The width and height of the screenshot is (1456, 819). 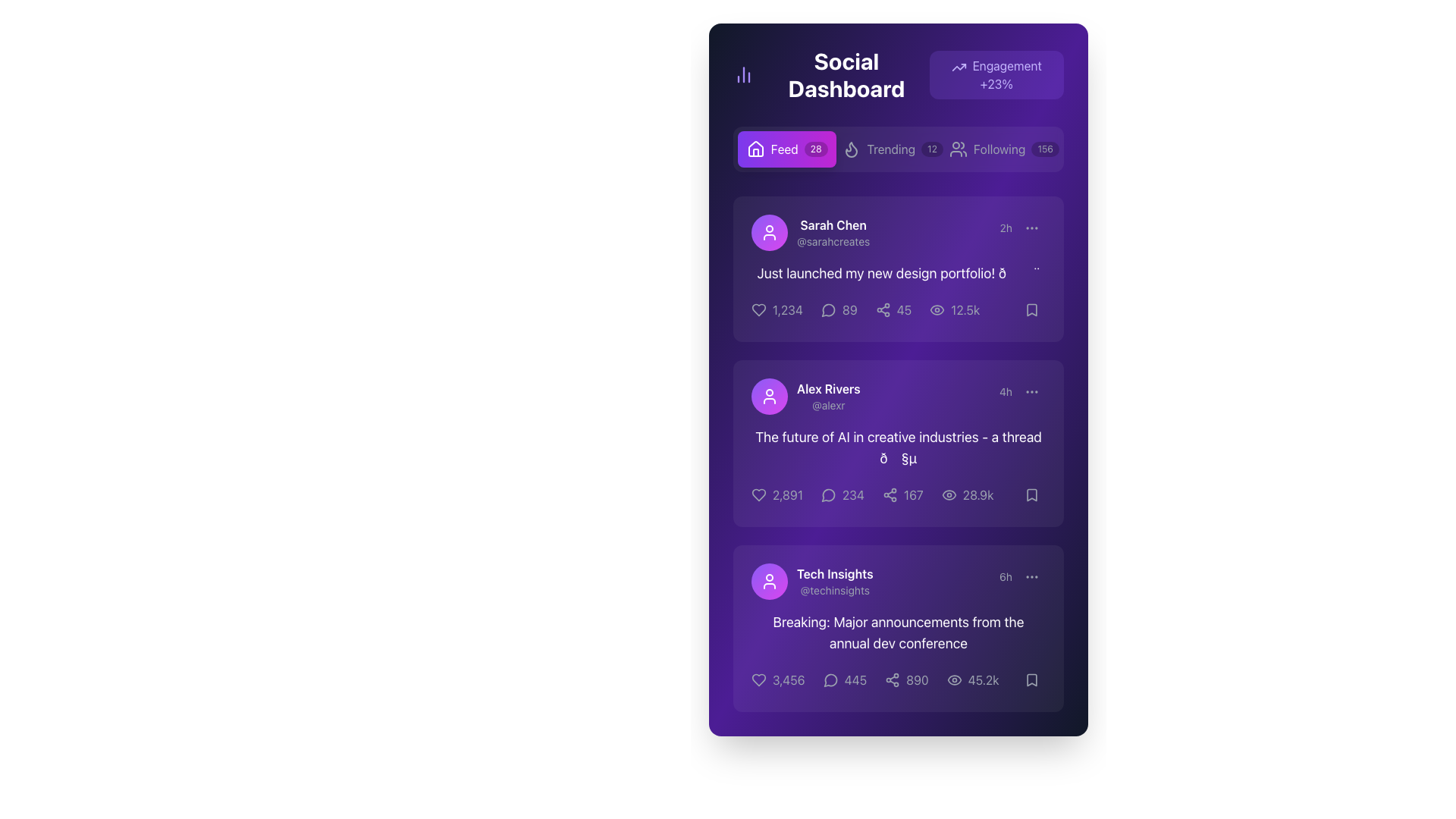 I want to click on the horizontal ellipsis icon (three dots) located in the upper-right corner of Sarah Chen's post, so click(x=1031, y=227).